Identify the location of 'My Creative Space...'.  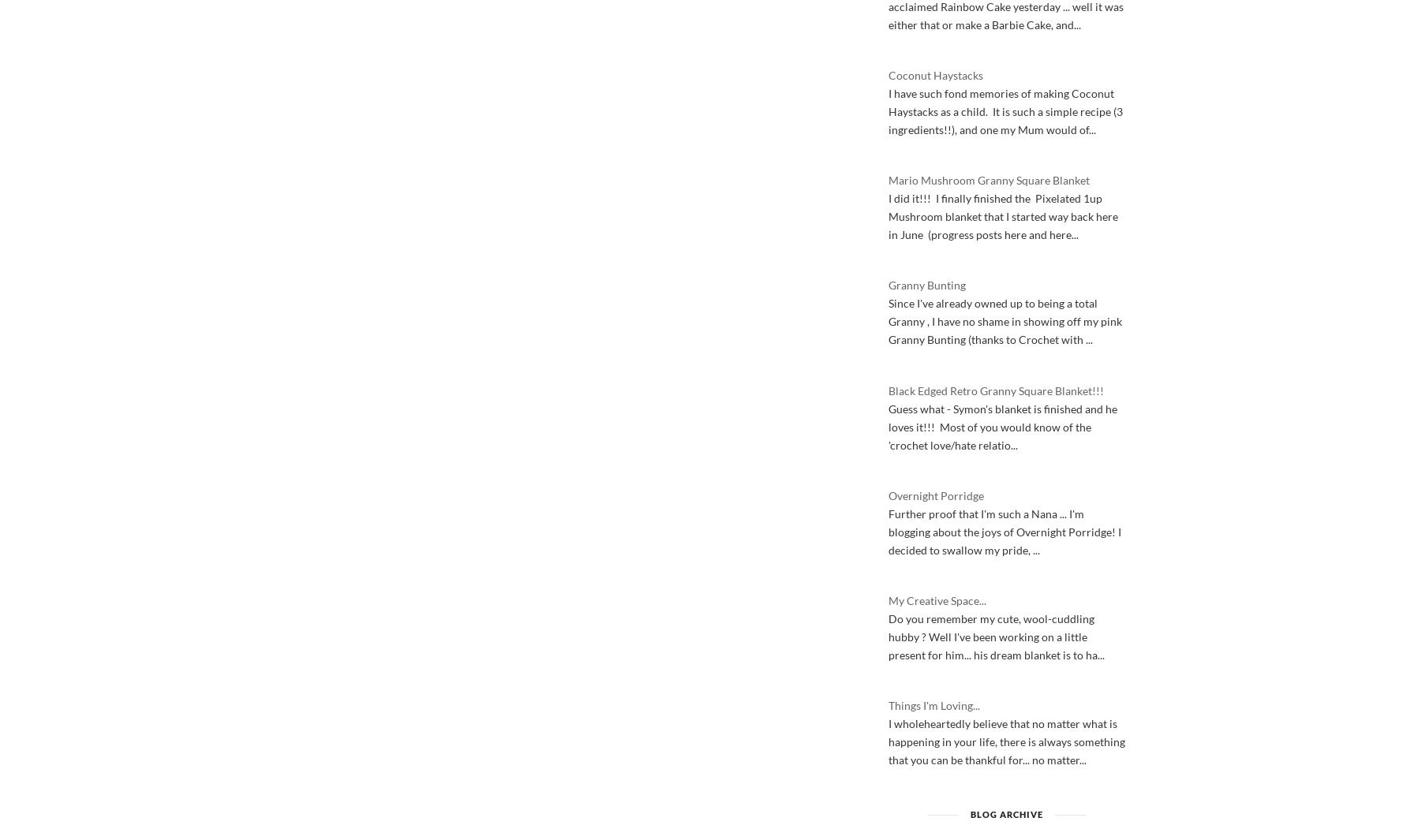
(936, 600).